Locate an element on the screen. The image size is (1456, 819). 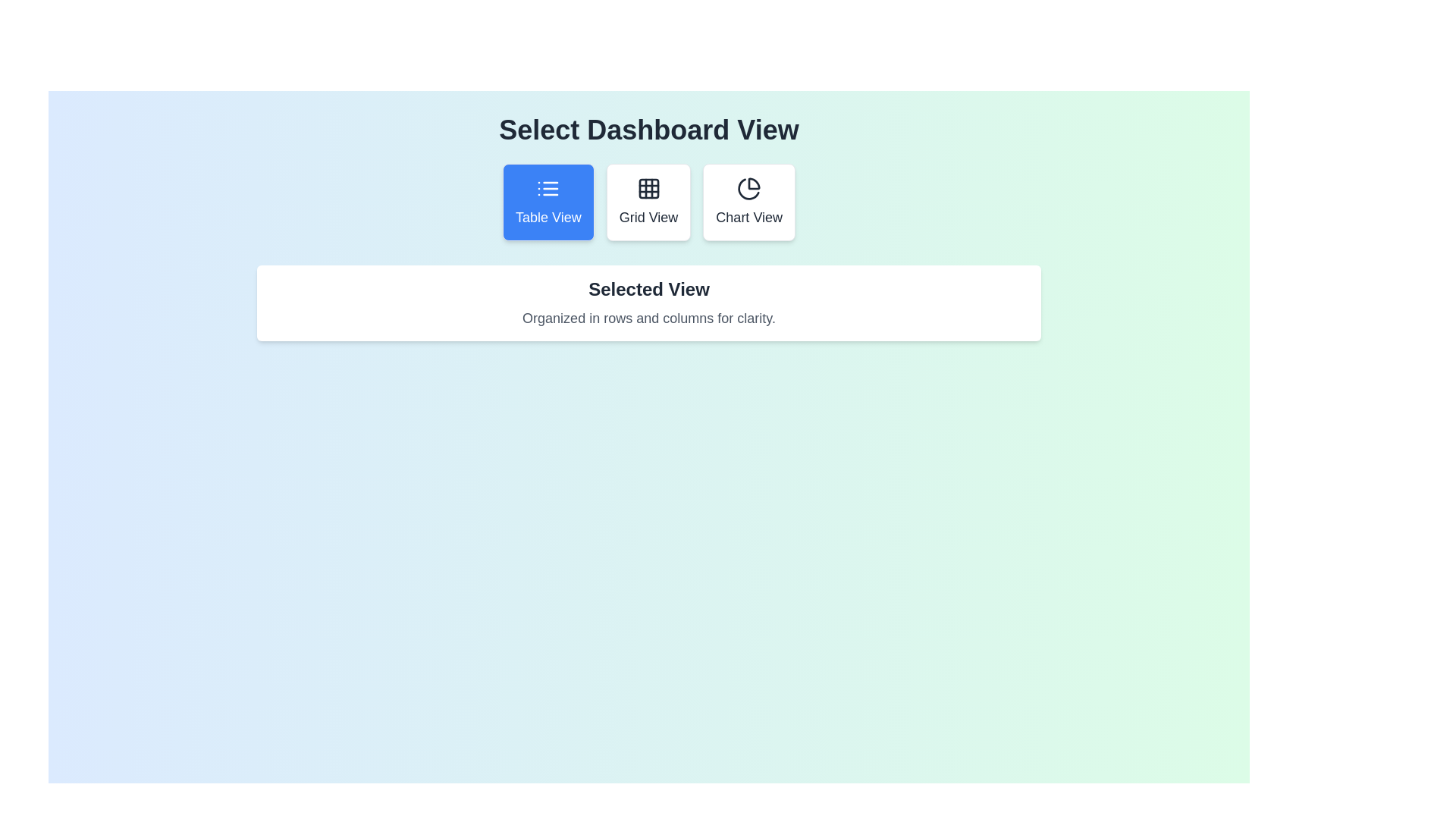
the view option Table View by clicking on its corresponding button is located at coordinates (548, 201).